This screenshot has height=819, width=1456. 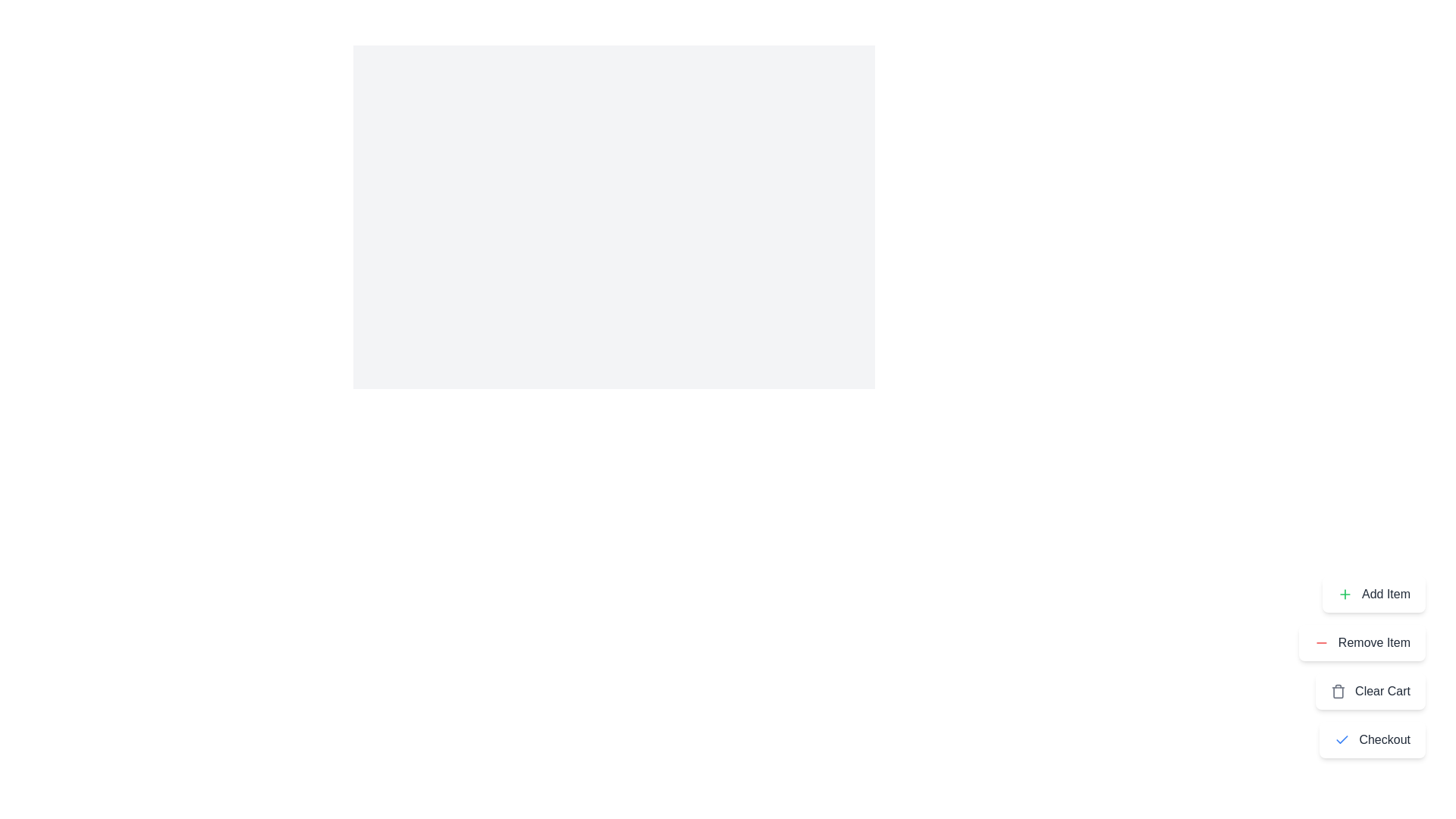 I want to click on the 'Checkout' button to proceed with the checkout process, so click(x=1372, y=739).